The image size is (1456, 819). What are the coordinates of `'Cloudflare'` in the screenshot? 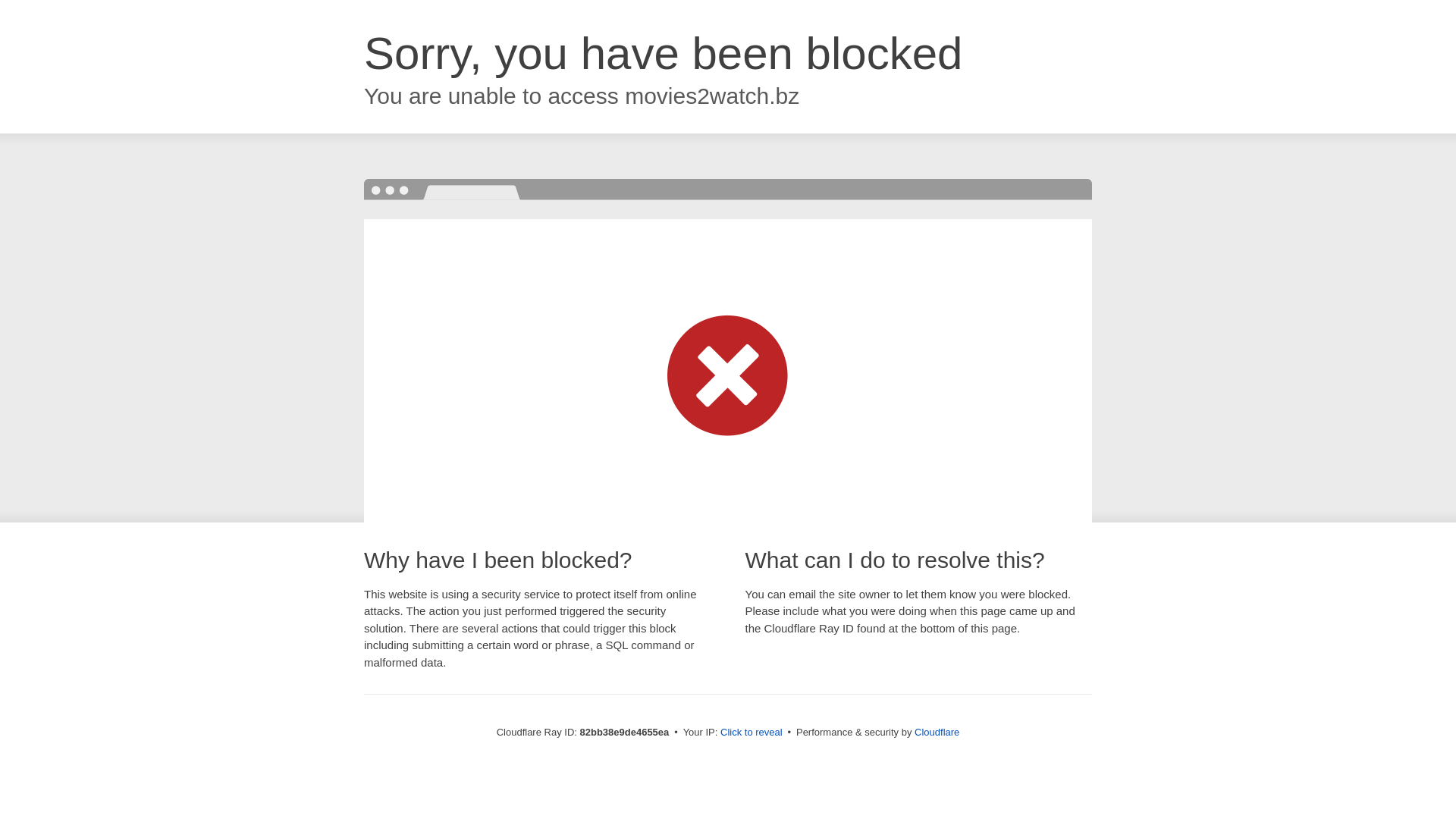 It's located at (936, 731).